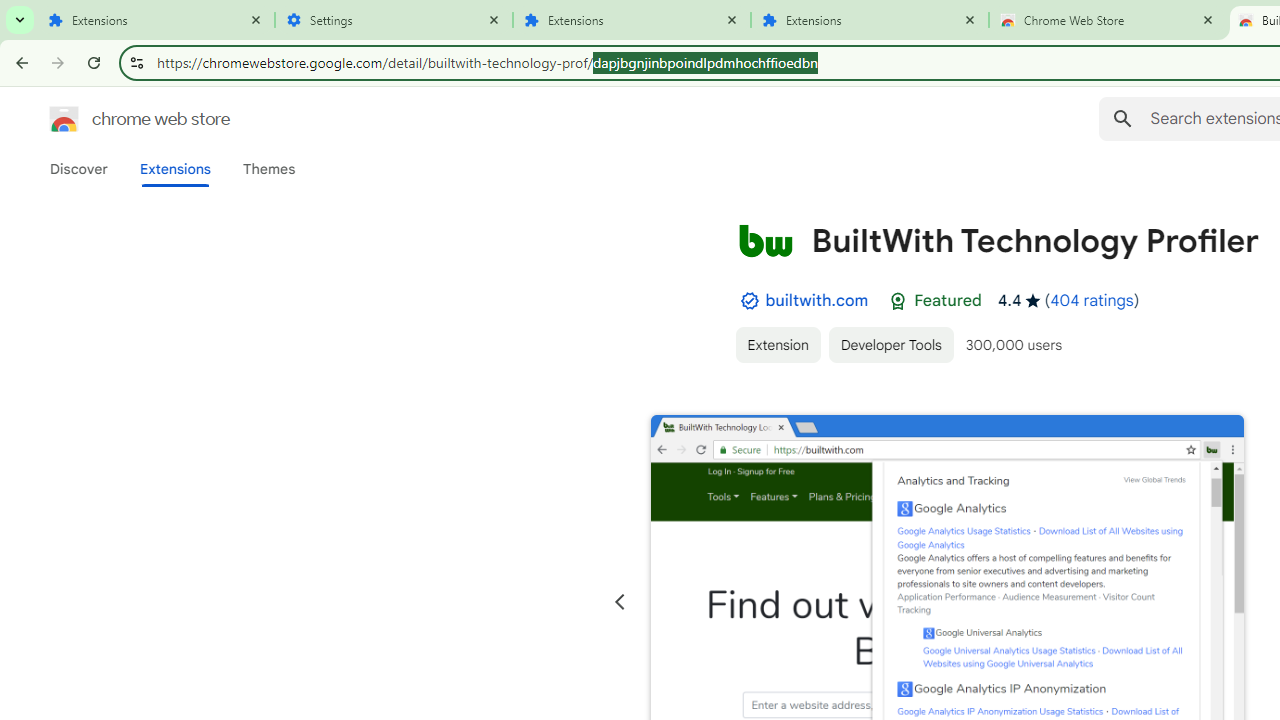 The image size is (1280, 720). Describe the element at coordinates (10, 11) in the screenshot. I see `'System'` at that location.